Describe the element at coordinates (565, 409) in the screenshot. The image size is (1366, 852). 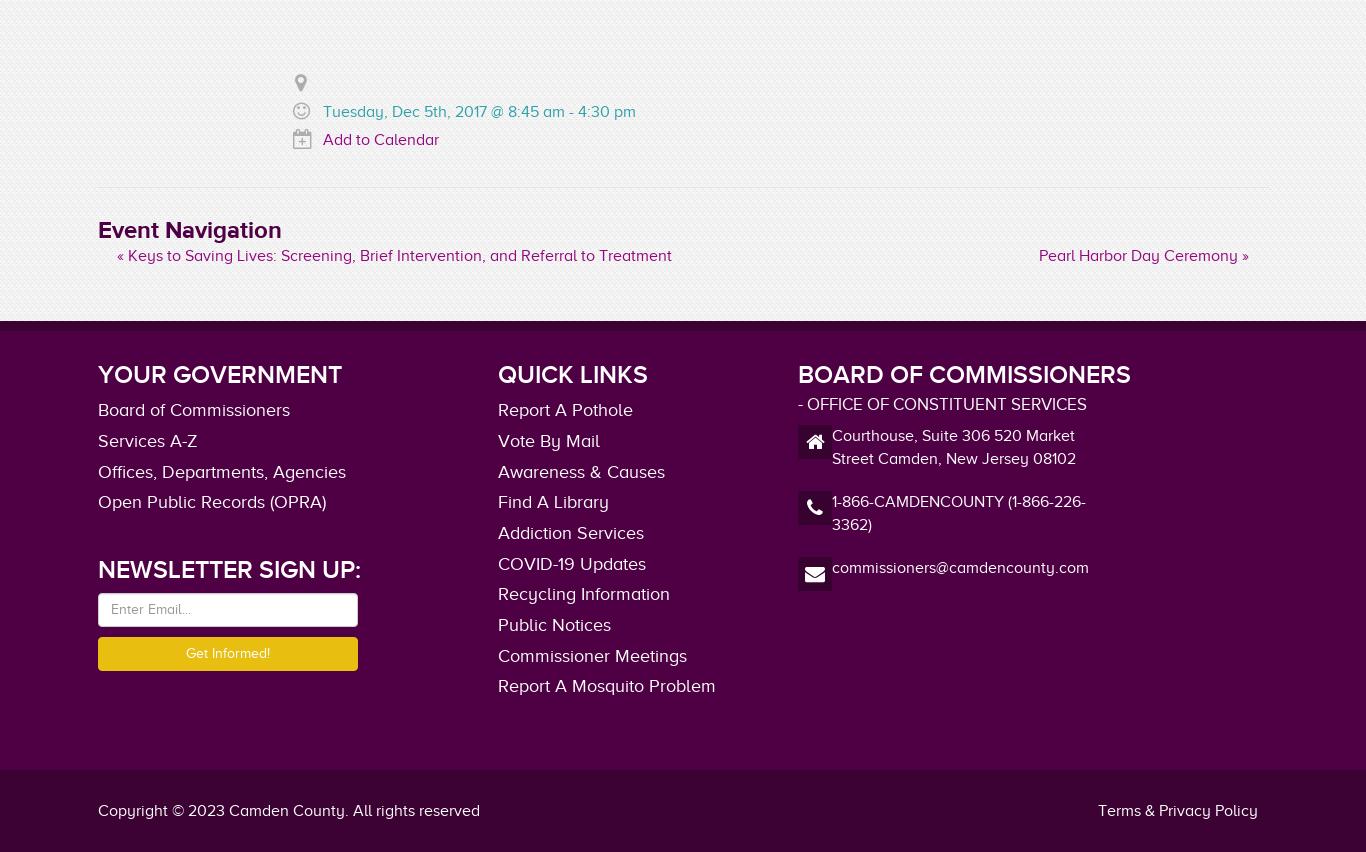
I see `'Report A Pothole'` at that location.